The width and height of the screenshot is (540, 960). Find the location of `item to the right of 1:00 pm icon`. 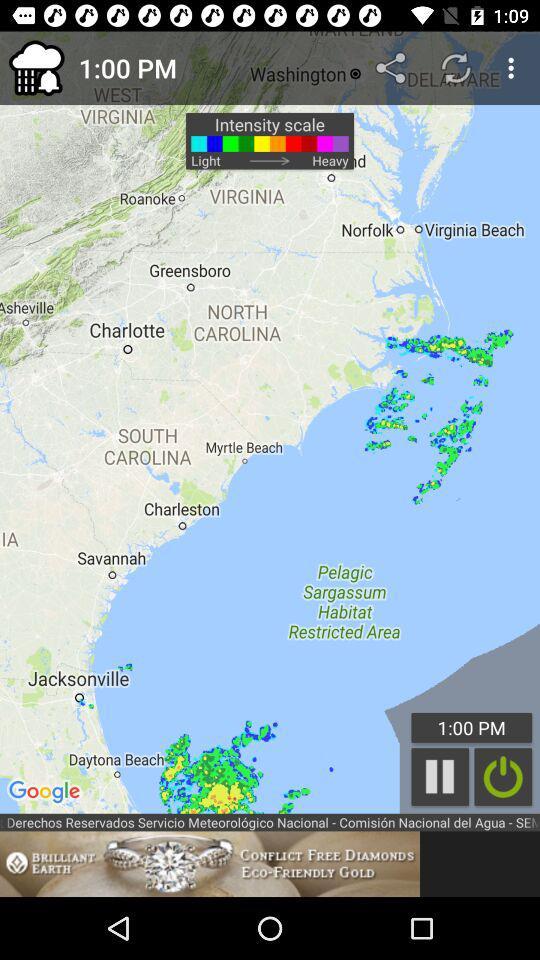

item to the right of 1:00 pm icon is located at coordinates (393, 68).